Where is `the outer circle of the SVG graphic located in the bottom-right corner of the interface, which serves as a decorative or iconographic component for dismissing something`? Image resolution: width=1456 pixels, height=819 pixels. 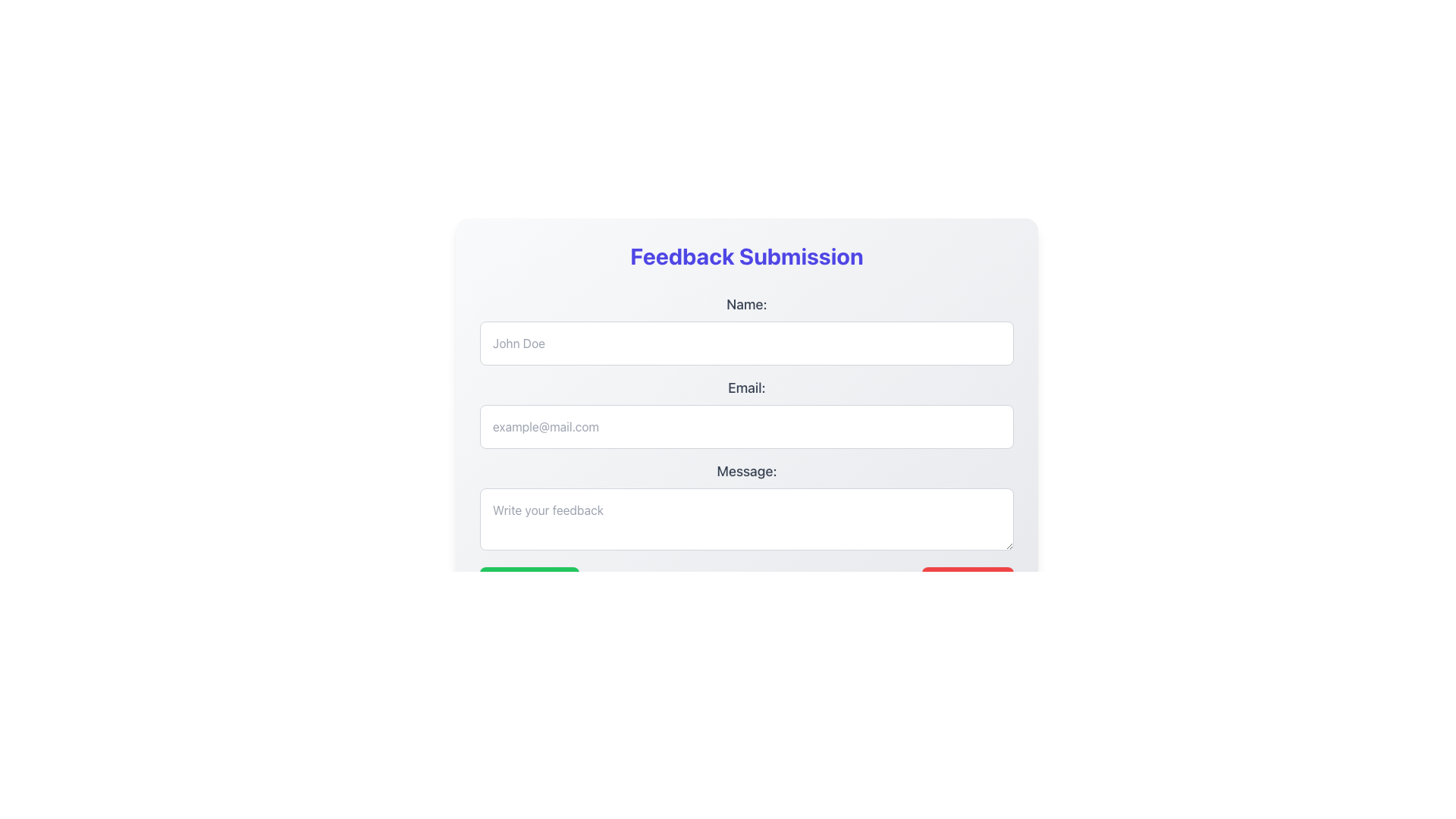 the outer circle of the SVG graphic located in the bottom-right corner of the interface, which serves as a decorative or iconographic component for dismissing something is located at coordinates (948, 581).